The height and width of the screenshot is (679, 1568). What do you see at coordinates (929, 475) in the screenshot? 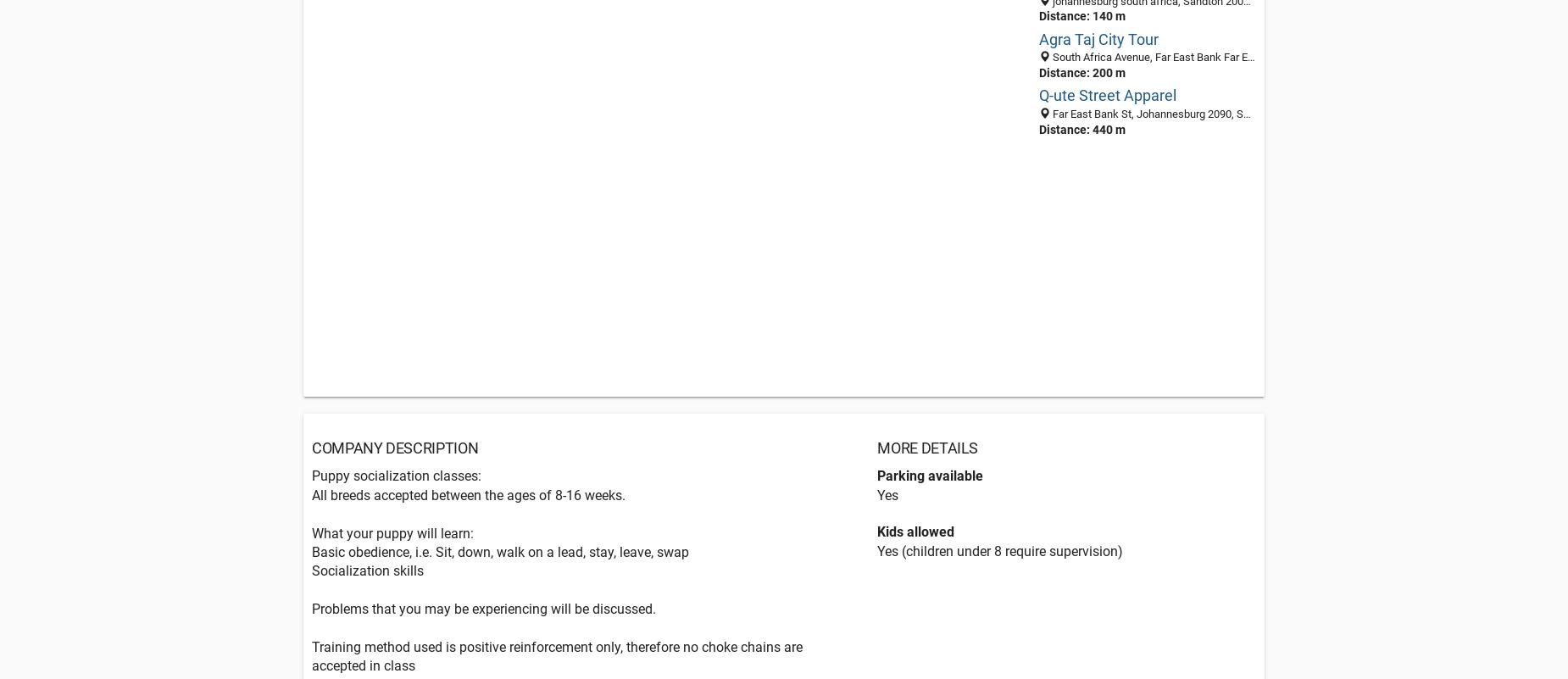
I see `'Parking available'` at bounding box center [929, 475].